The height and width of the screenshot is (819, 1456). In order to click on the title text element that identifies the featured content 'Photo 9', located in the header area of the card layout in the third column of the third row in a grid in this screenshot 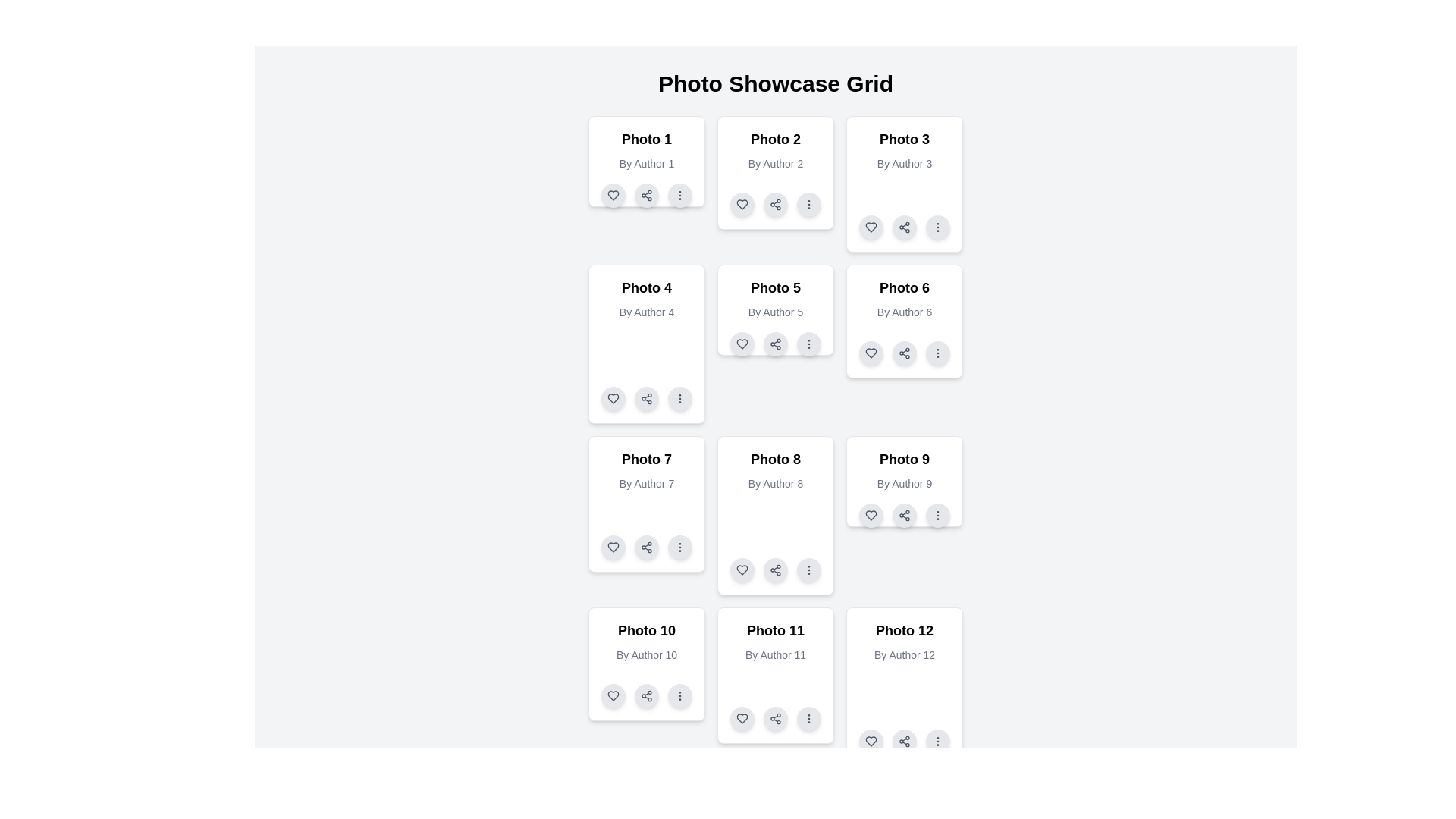, I will do `click(905, 458)`.